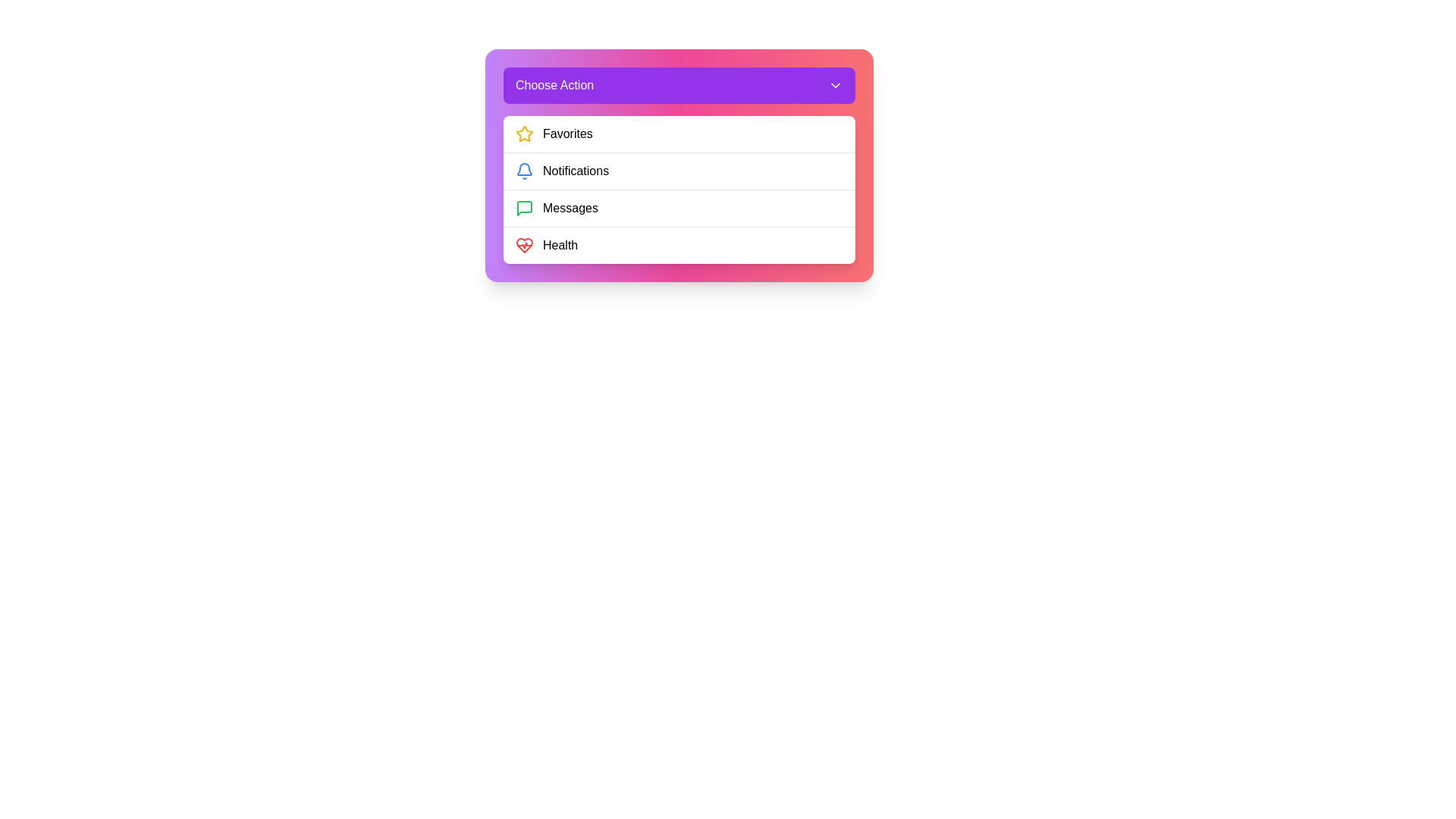  What do you see at coordinates (524, 245) in the screenshot?
I see `the red heart with a pulse SVG icon located to the left of the 'Health' label in the menu` at bounding box center [524, 245].